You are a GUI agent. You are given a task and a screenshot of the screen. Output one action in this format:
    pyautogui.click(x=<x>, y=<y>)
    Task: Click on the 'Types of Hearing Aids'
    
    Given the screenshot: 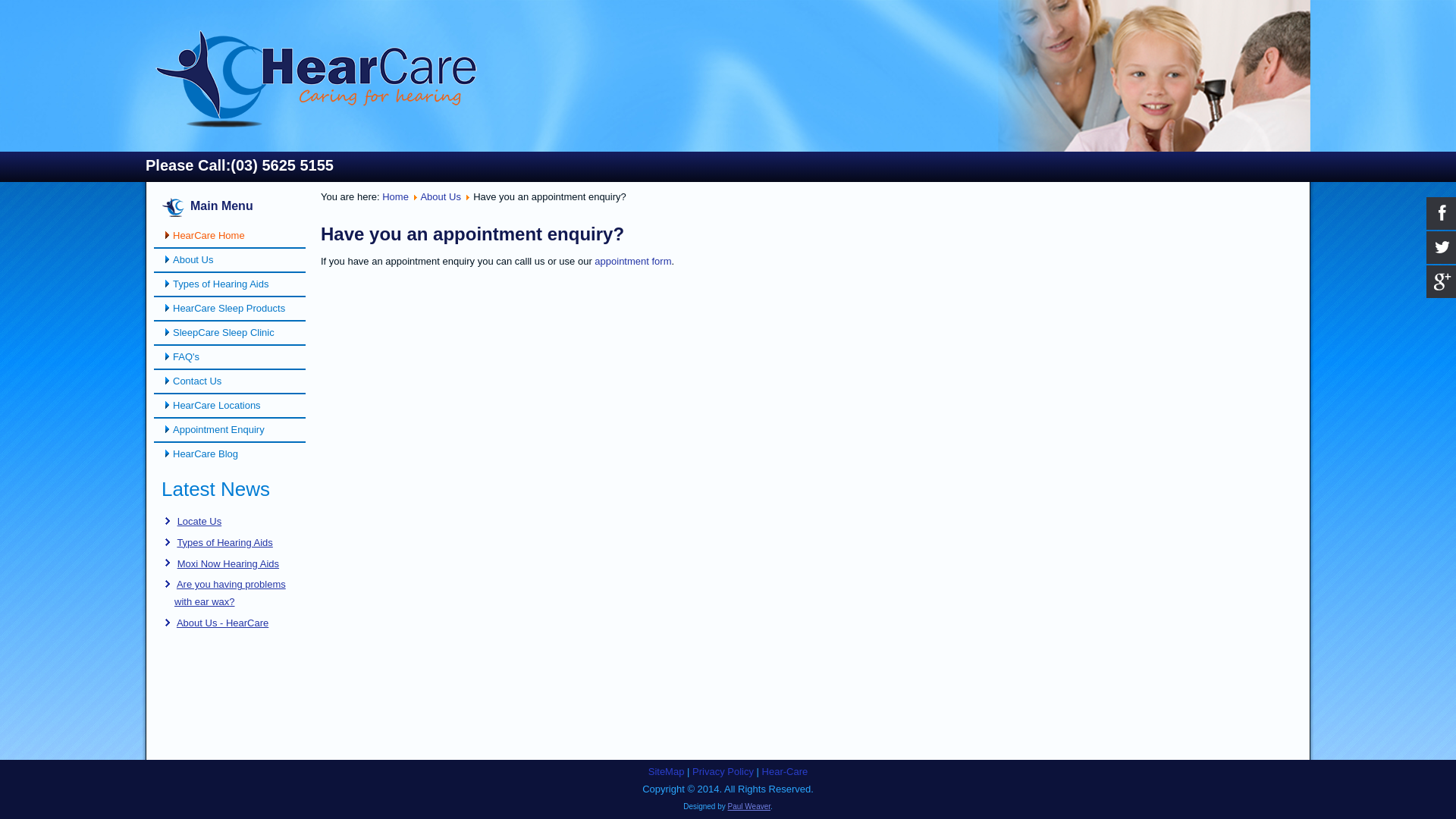 What is the action you would take?
    pyautogui.click(x=228, y=284)
    